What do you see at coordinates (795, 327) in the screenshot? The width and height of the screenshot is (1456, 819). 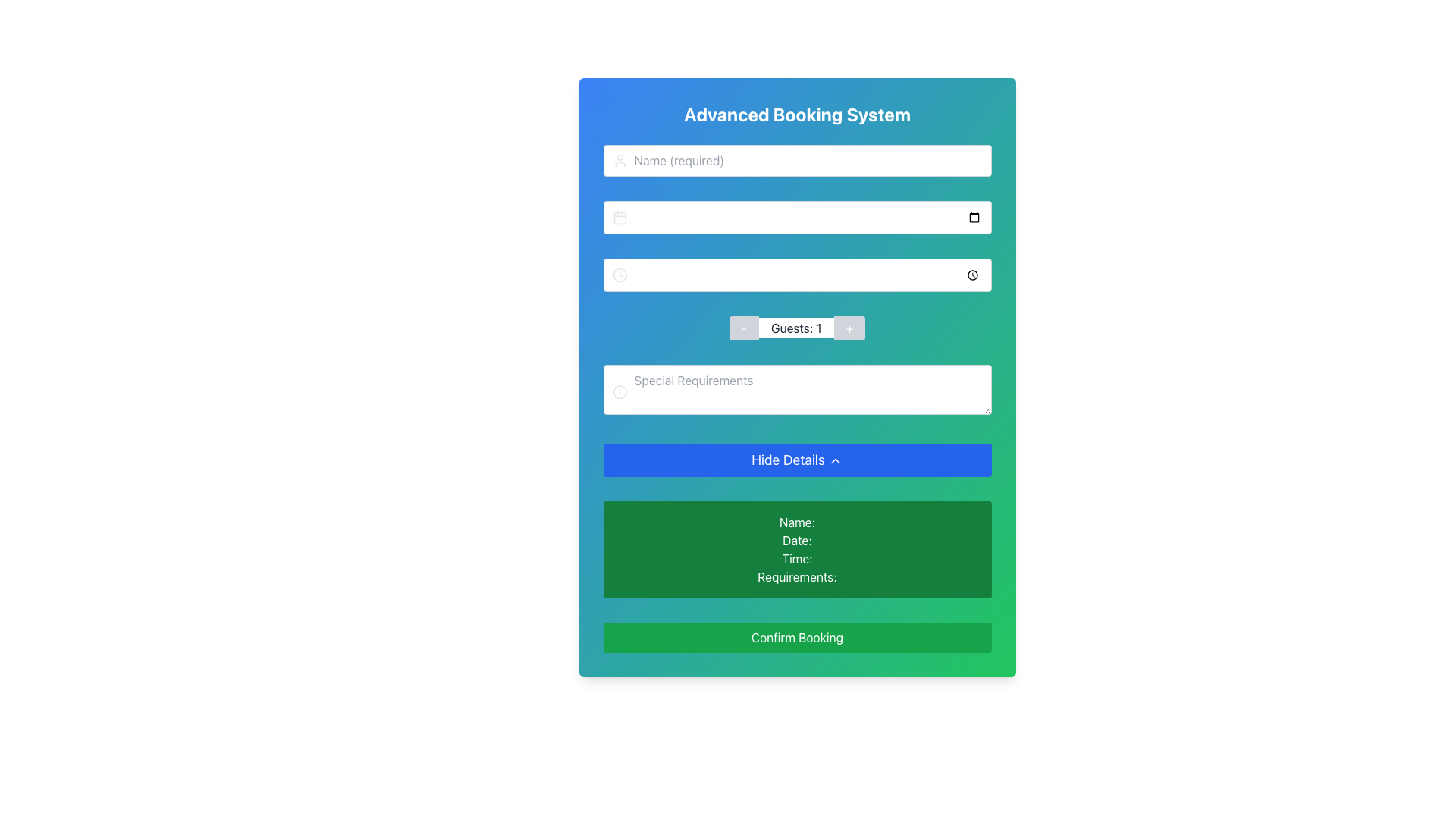 I see `the Text Label that displays the current value of guests selected in the booking system` at bounding box center [795, 327].